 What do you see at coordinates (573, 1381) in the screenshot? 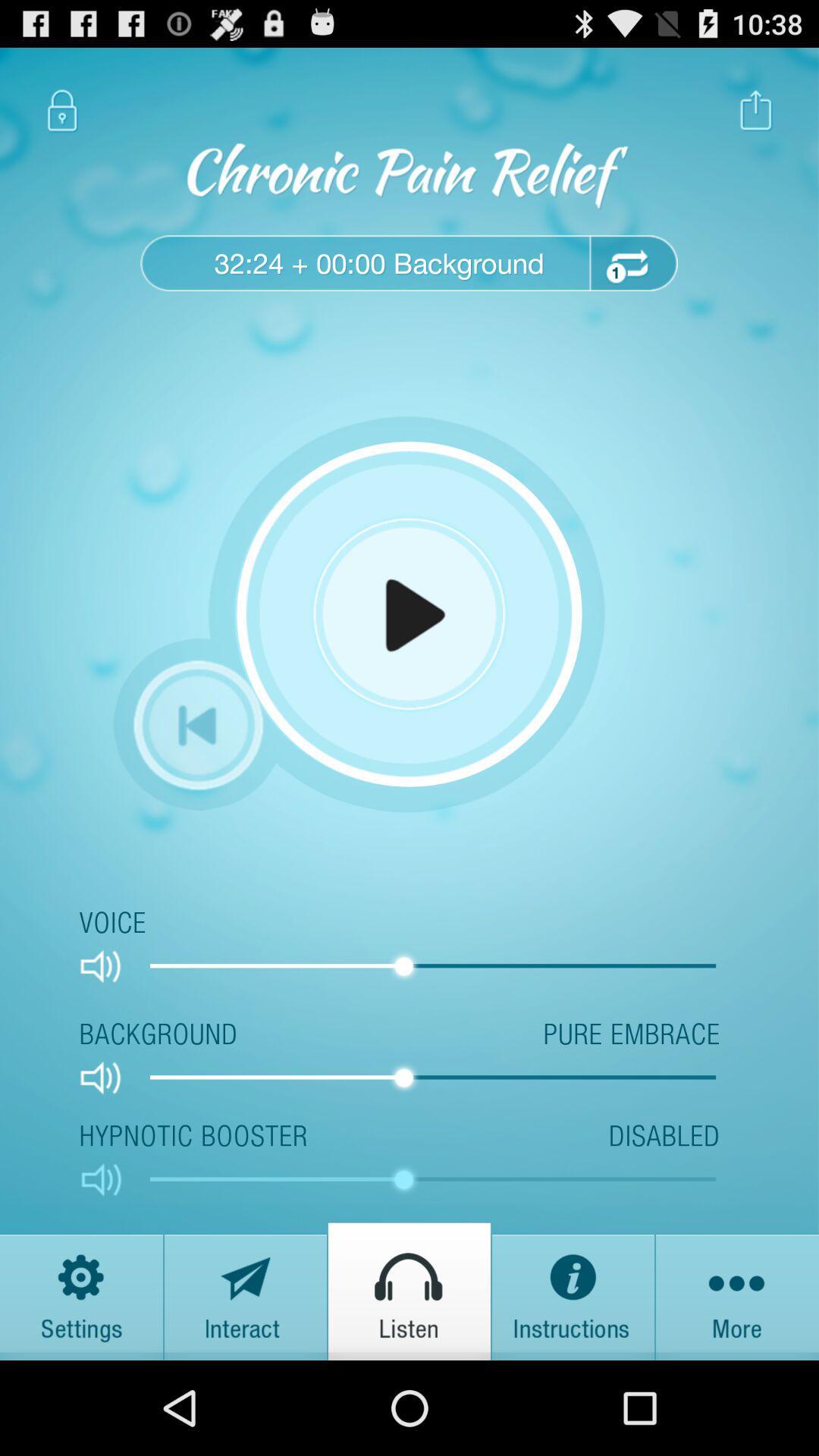
I see `the info icon` at bounding box center [573, 1381].